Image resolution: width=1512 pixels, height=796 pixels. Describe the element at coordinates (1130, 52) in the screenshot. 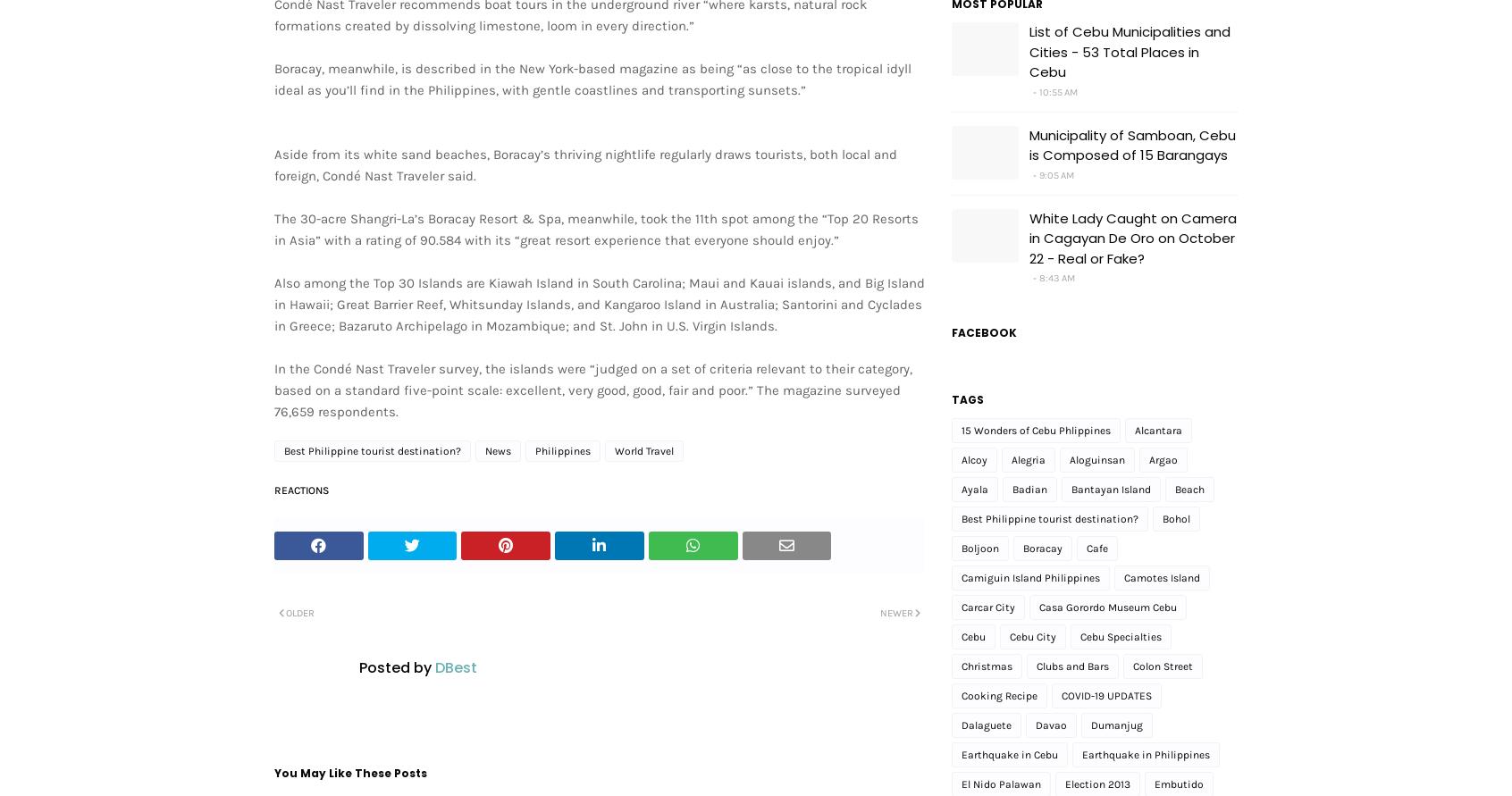

I see `'List of Cebu Municipalities and Cities - 53 Total Places in Cebu'` at that location.